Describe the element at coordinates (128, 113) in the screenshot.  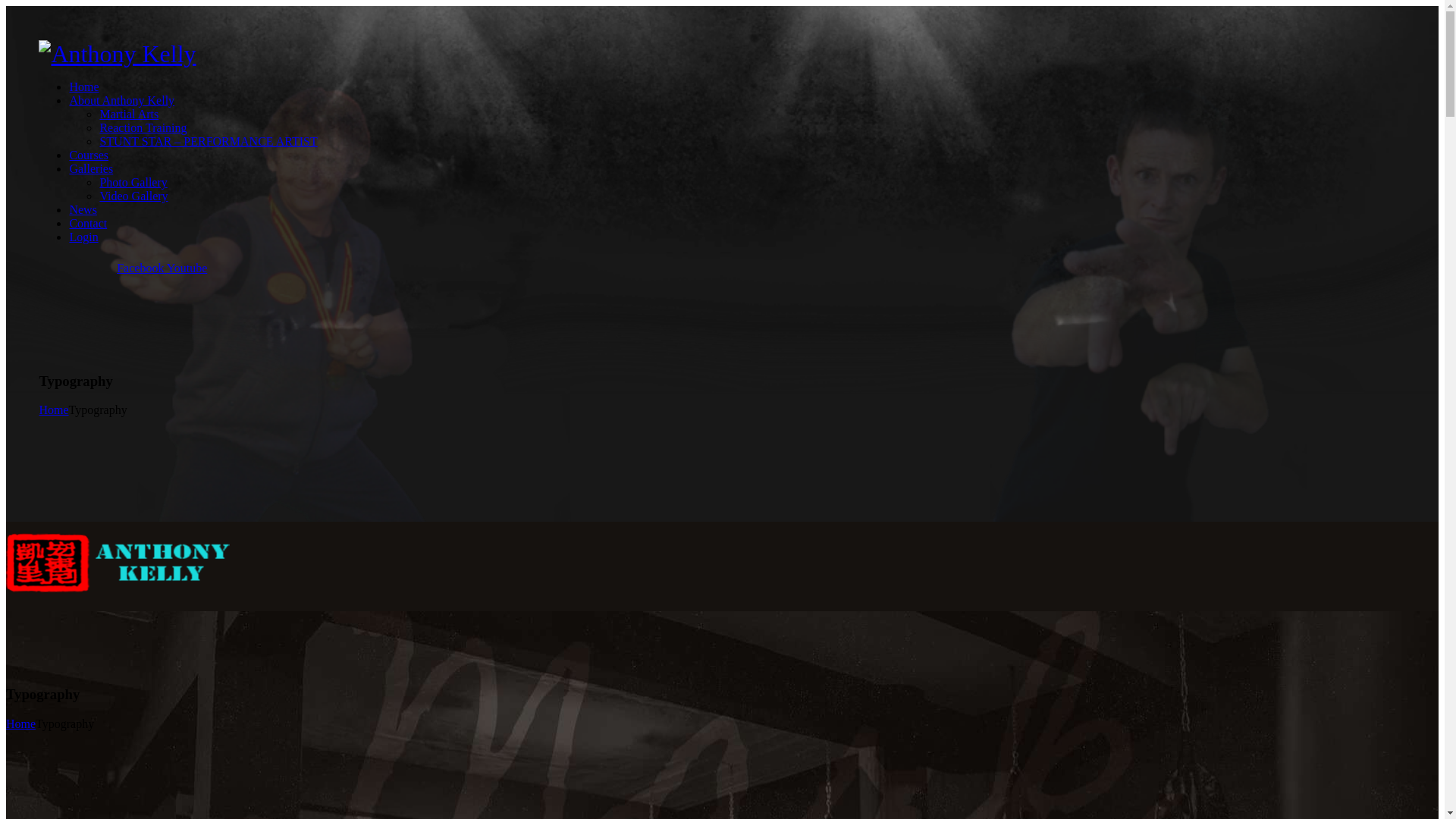
I see `'Martial Arts'` at that location.